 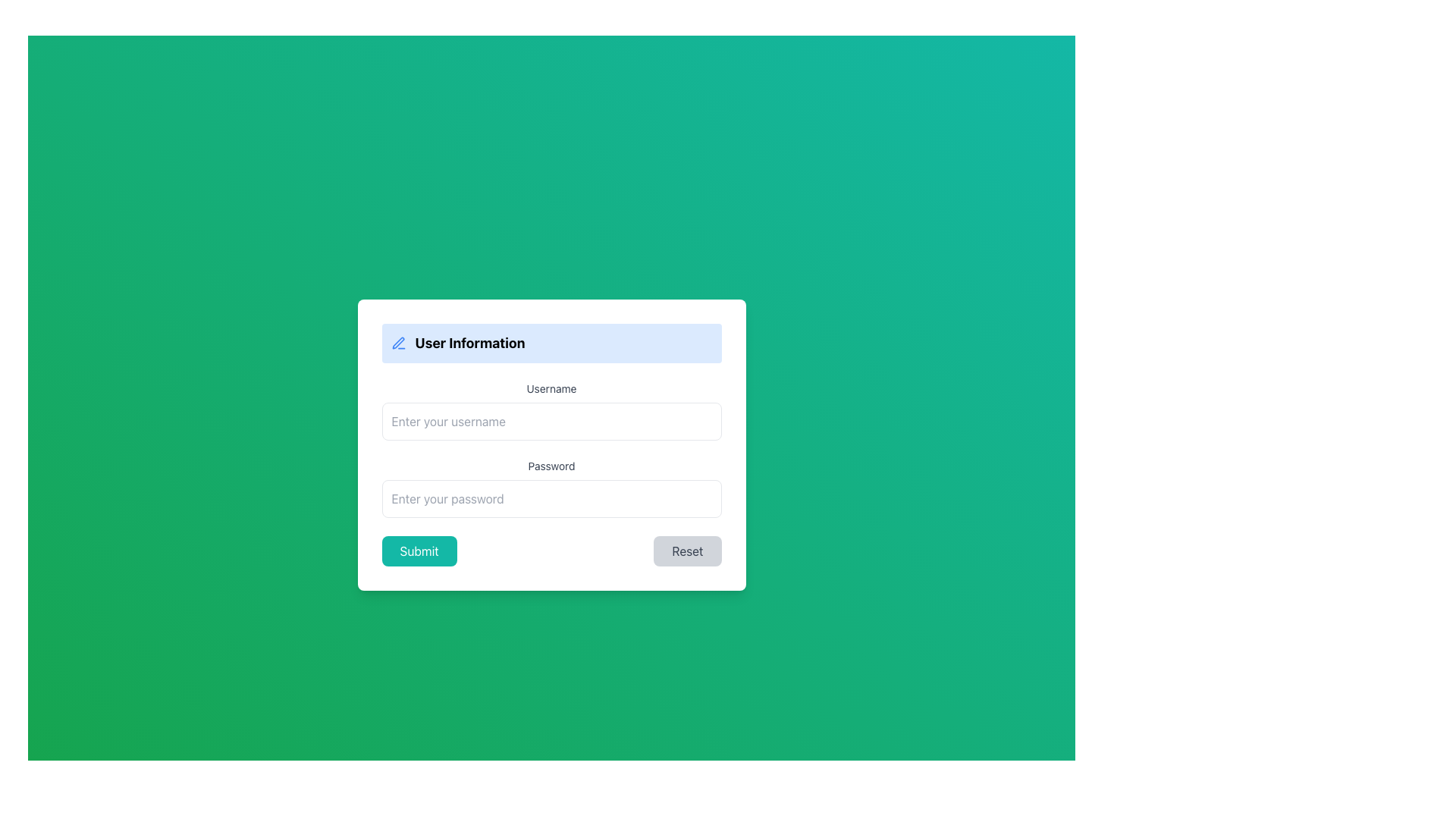 What do you see at coordinates (551, 499) in the screenshot?
I see `the Password Input Field located within the 'User Information' form to focus on it` at bounding box center [551, 499].